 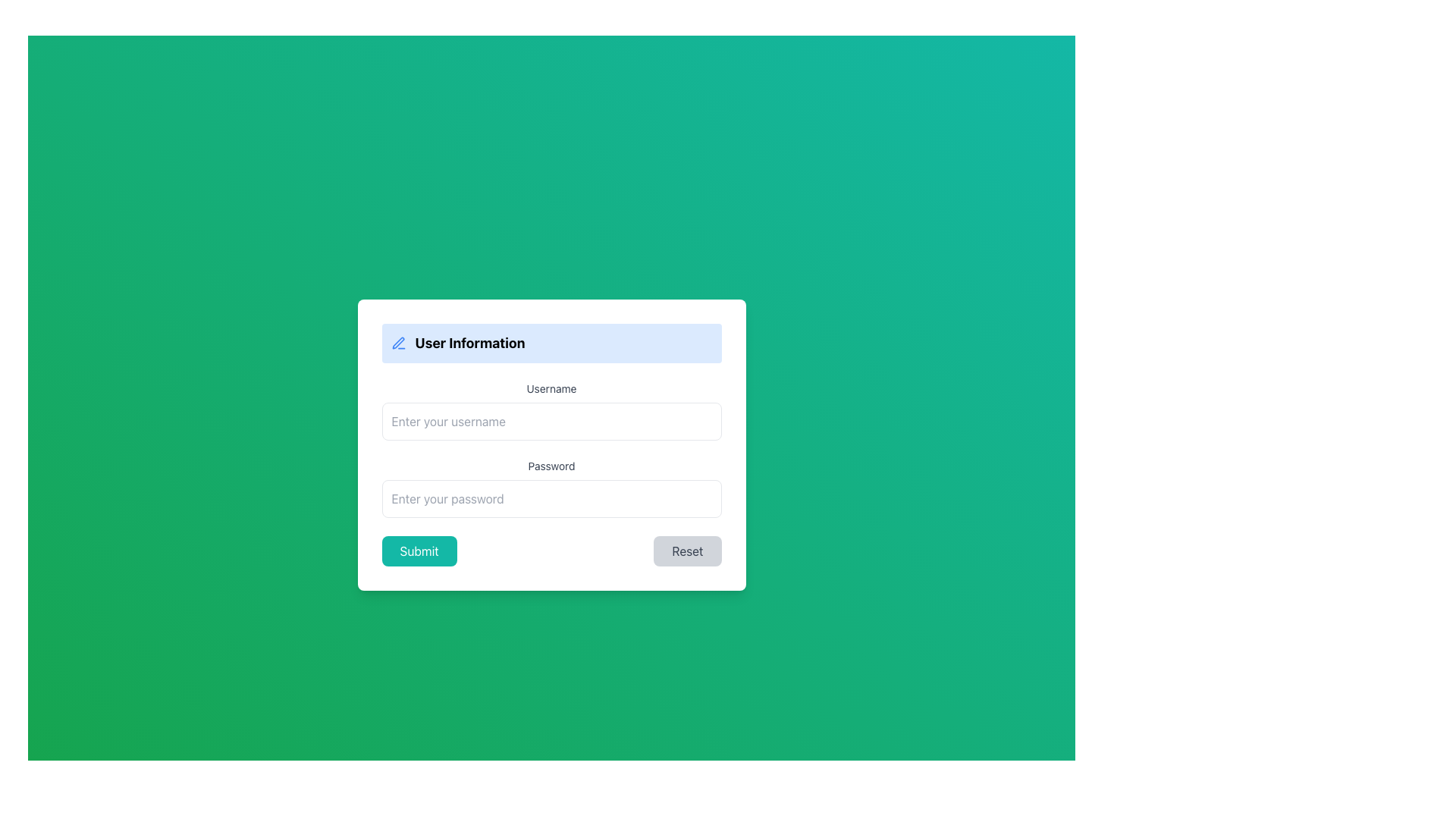 What do you see at coordinates (551, 499) in the screenshot?
I see `the Password Input Field located within the 'User Information' form to focus on it` at bounding box center [551, 499].